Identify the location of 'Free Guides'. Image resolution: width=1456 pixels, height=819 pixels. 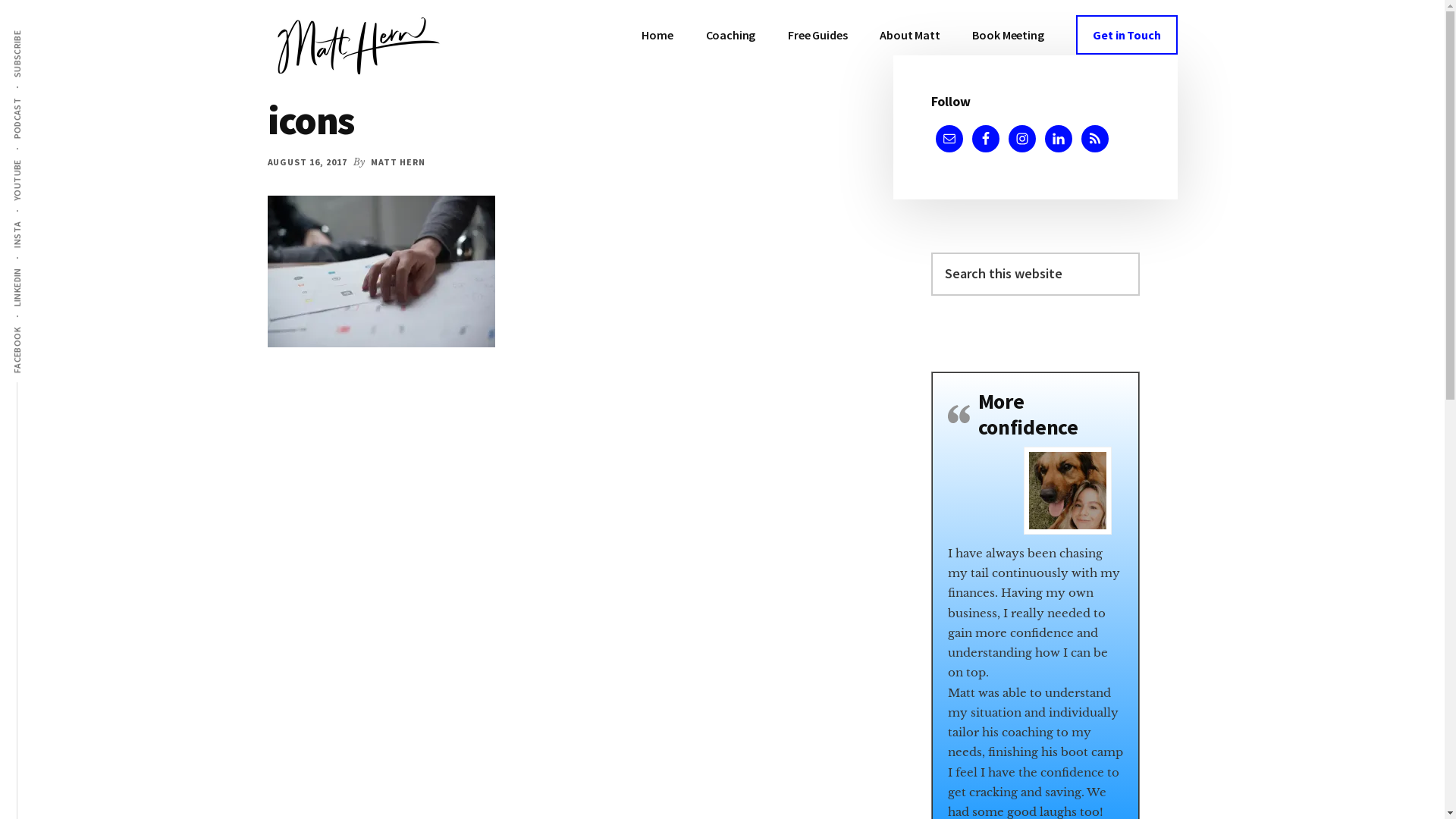
(817, 34).